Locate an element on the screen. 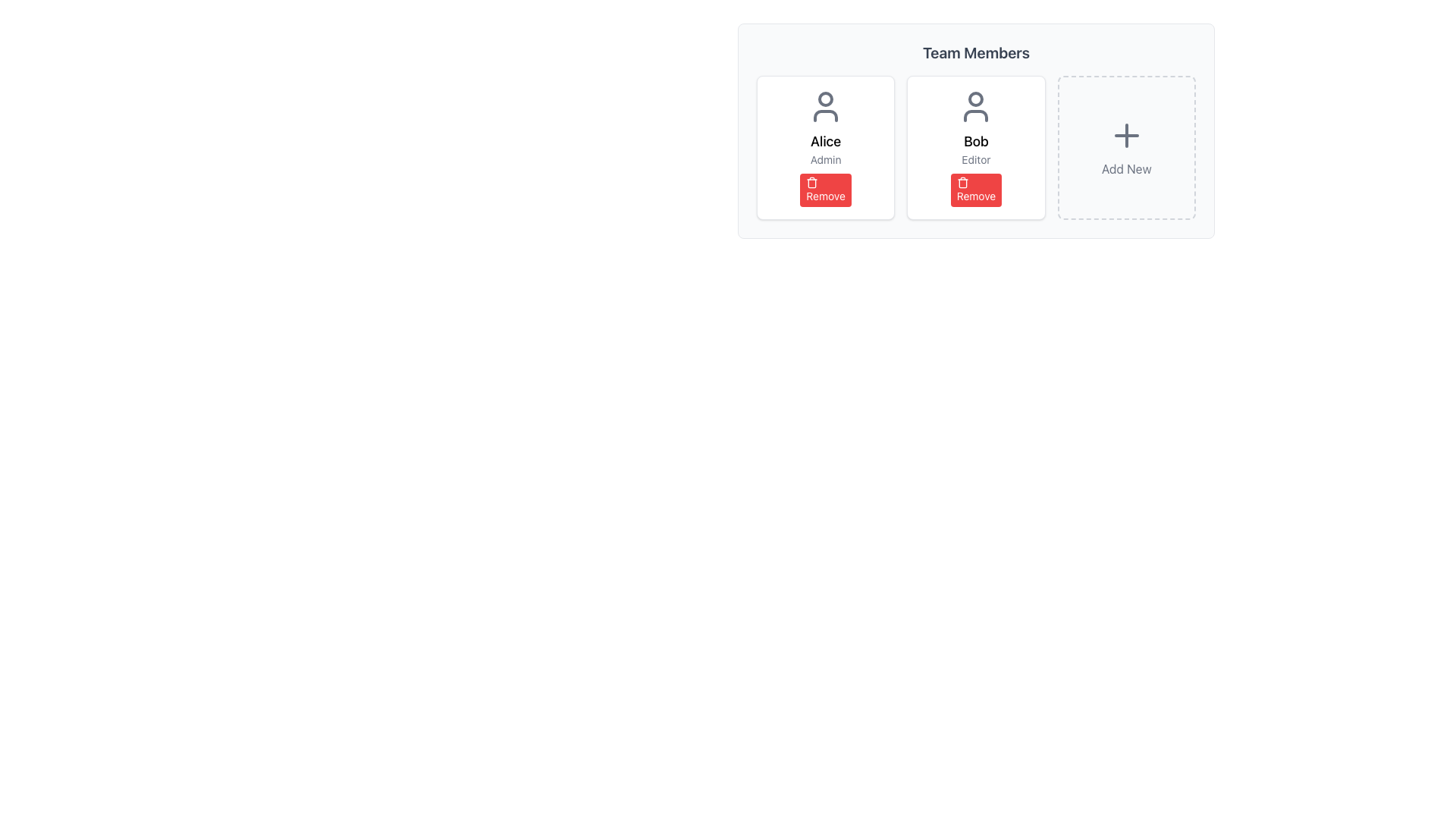 This screenshot has width=1456, height=819. the user icon representing 'Bob' at the top of his card in the 'Team Members' section is located at coordinates (976, 106).